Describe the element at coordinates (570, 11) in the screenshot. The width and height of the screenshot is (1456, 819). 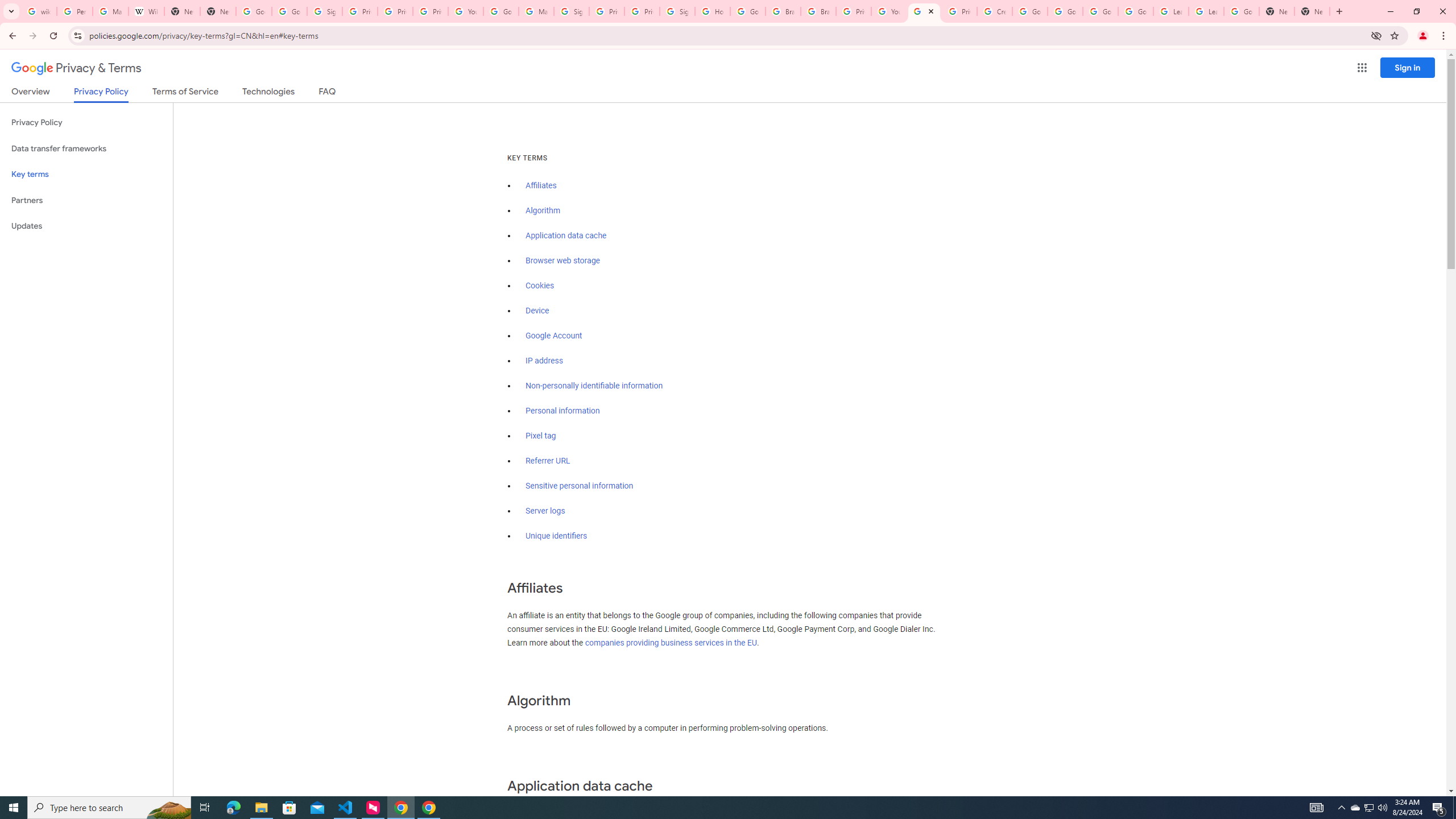
I see `'Sign in - Google Accounts'` at that location.